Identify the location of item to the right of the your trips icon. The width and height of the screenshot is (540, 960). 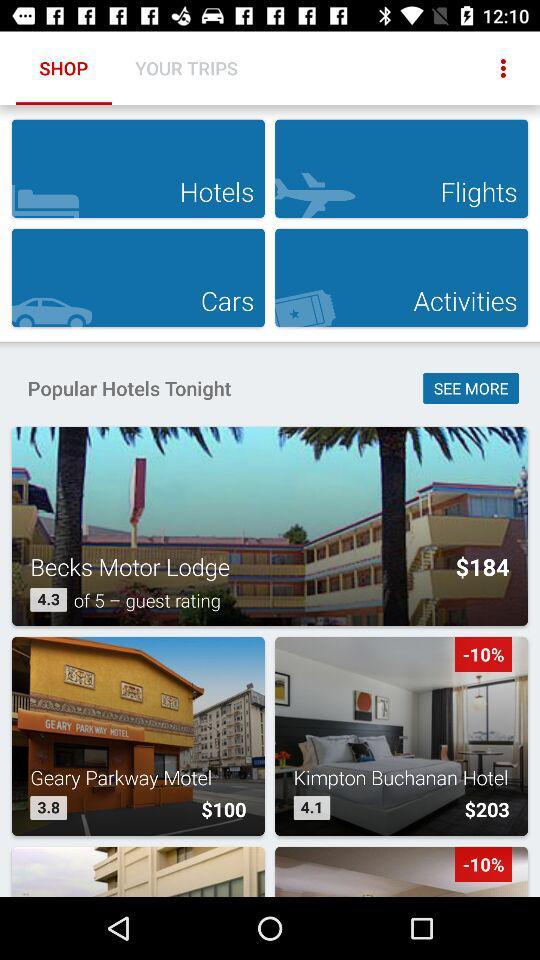
(502, 68).